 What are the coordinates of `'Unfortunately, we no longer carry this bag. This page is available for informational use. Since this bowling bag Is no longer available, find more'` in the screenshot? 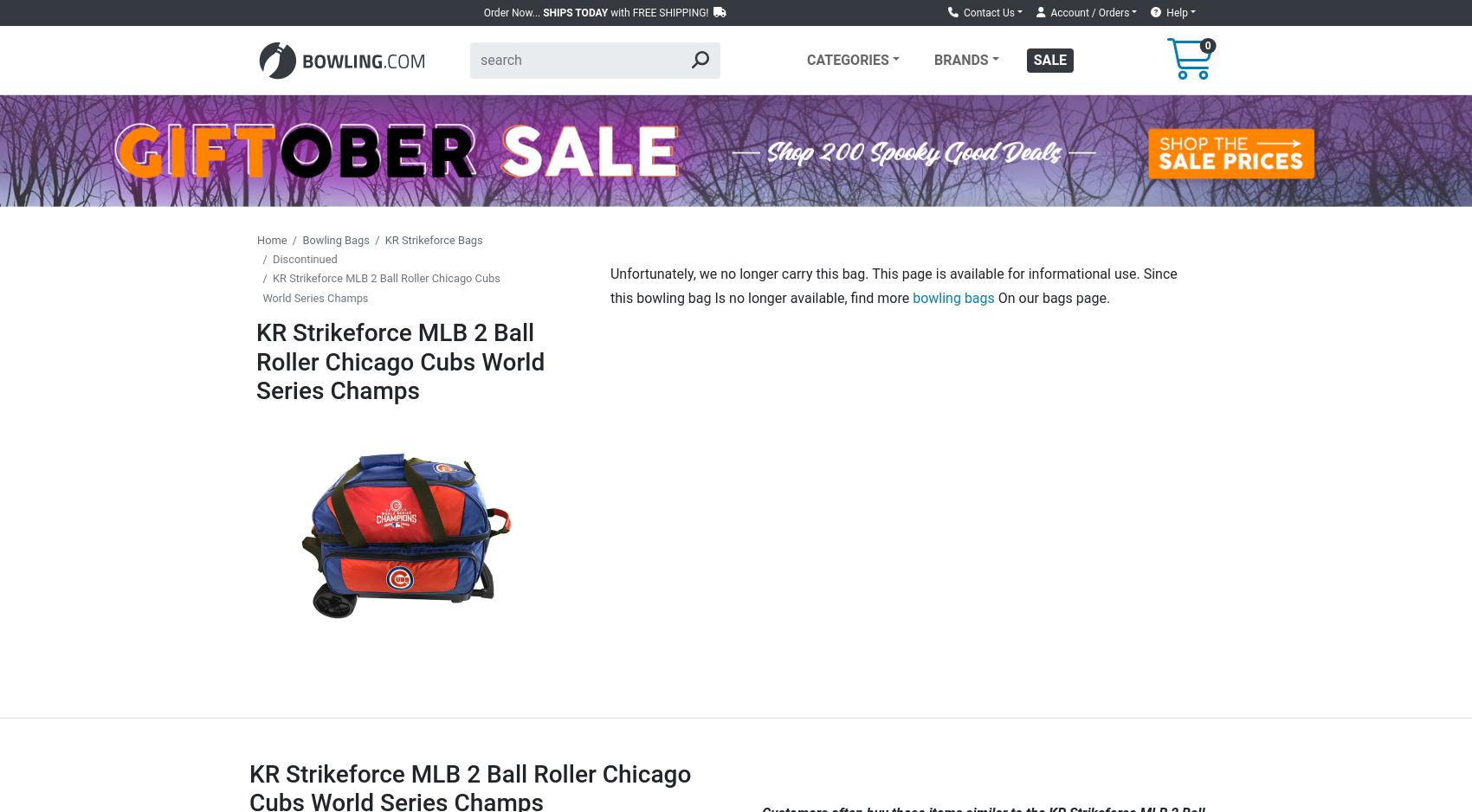 It's located at (892, 284).